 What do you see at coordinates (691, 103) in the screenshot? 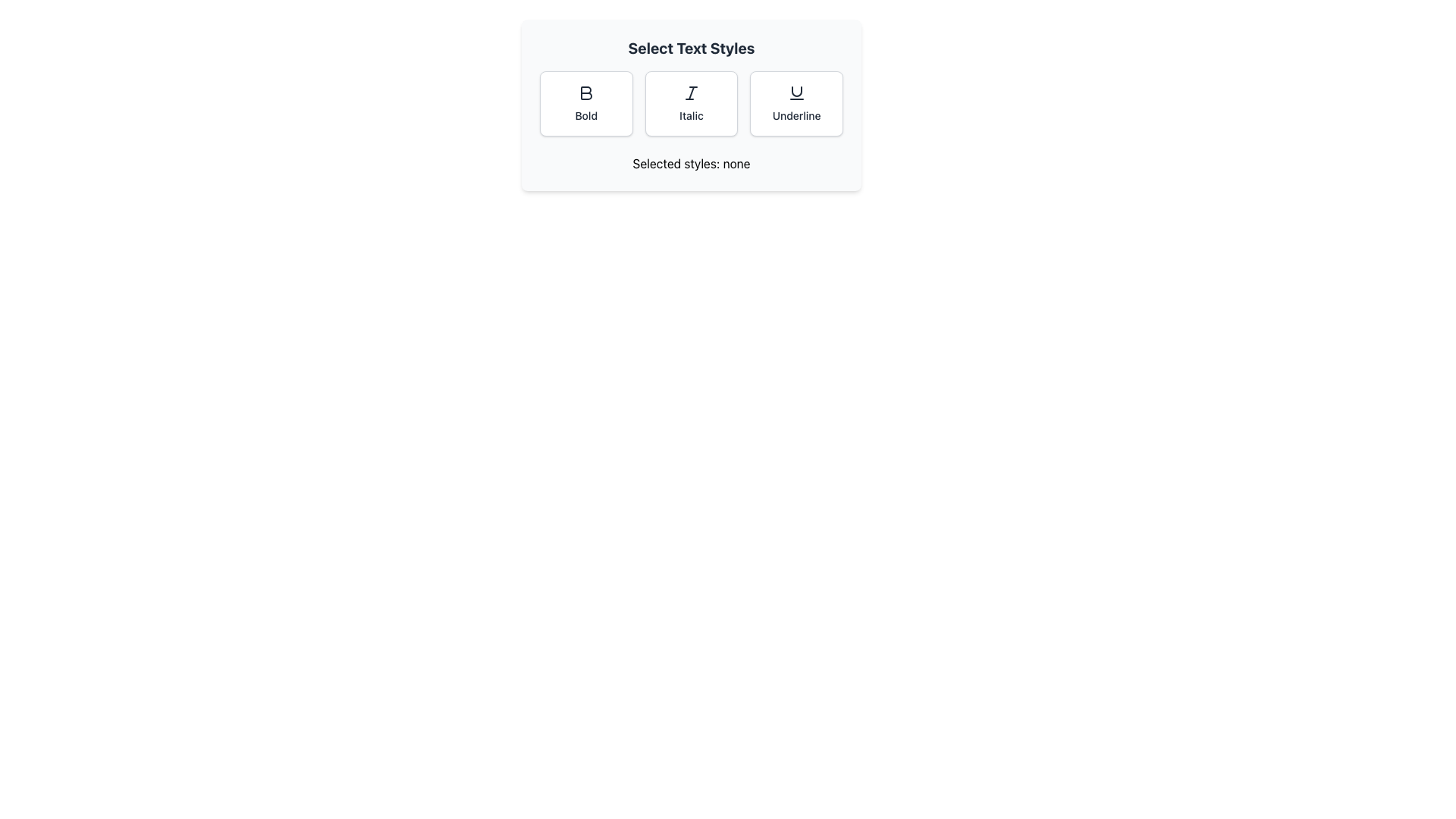
I see `the 'Italic' button, which is the second button in the text styling section` at bounding box center [691, 103].